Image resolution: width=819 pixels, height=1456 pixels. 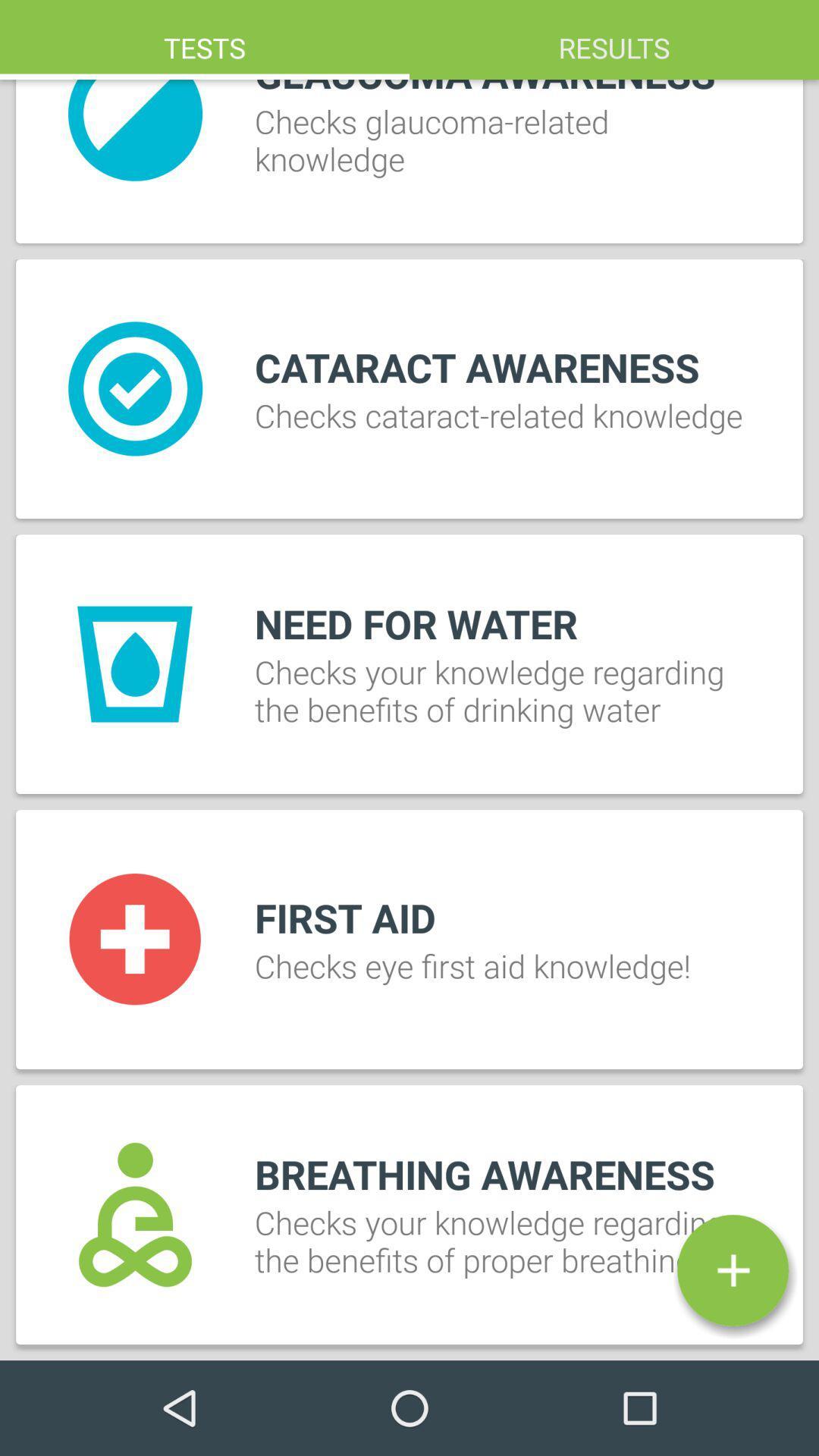 I want to click on the add icon, so click(x=732, y=1270).